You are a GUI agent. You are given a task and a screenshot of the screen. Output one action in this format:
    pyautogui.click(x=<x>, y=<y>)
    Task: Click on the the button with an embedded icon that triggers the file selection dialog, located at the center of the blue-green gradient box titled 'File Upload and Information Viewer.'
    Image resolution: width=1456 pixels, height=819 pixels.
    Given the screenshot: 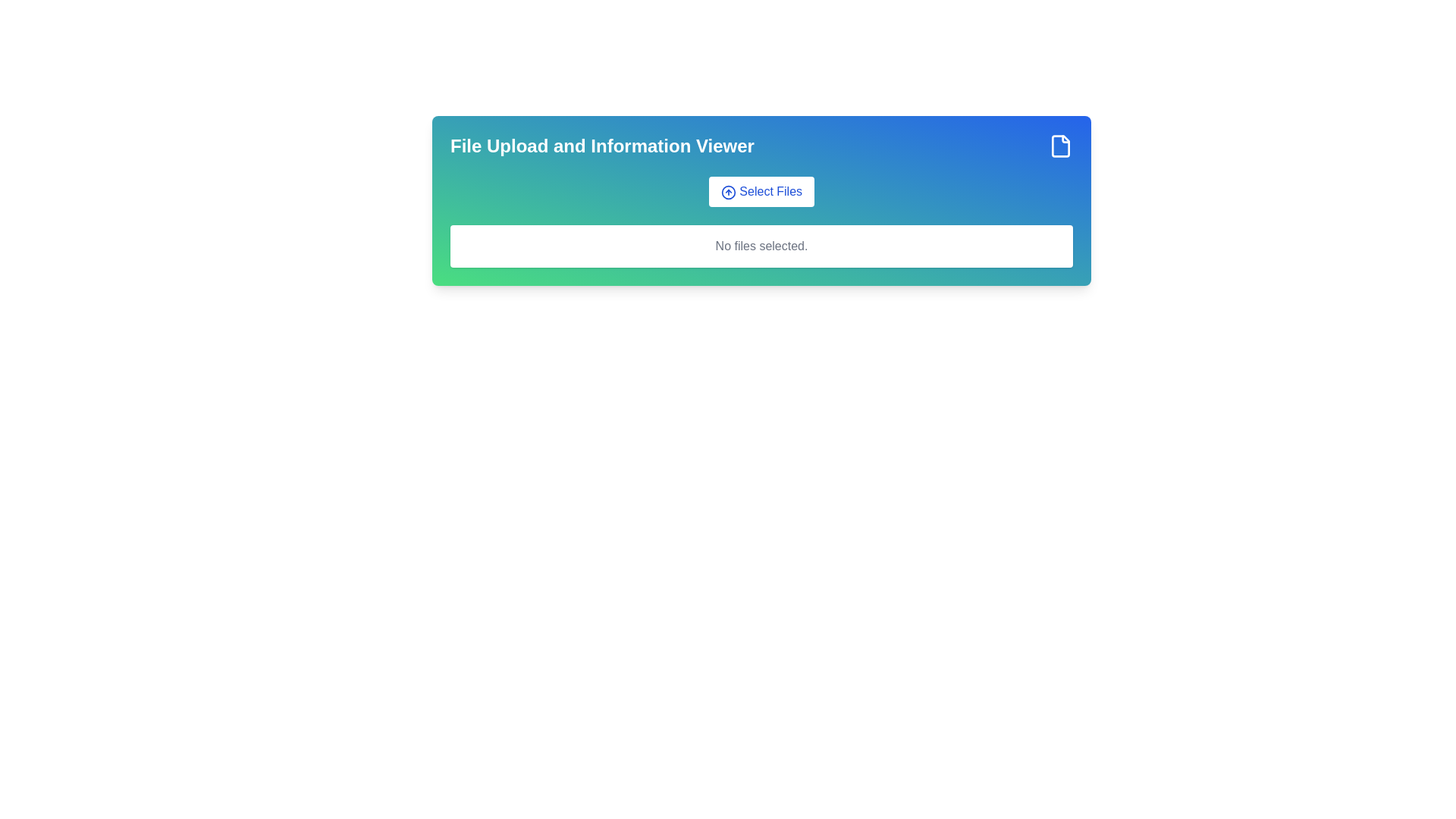 What is the action you would take?
    pyautogui.click(x=761, y=191)
    